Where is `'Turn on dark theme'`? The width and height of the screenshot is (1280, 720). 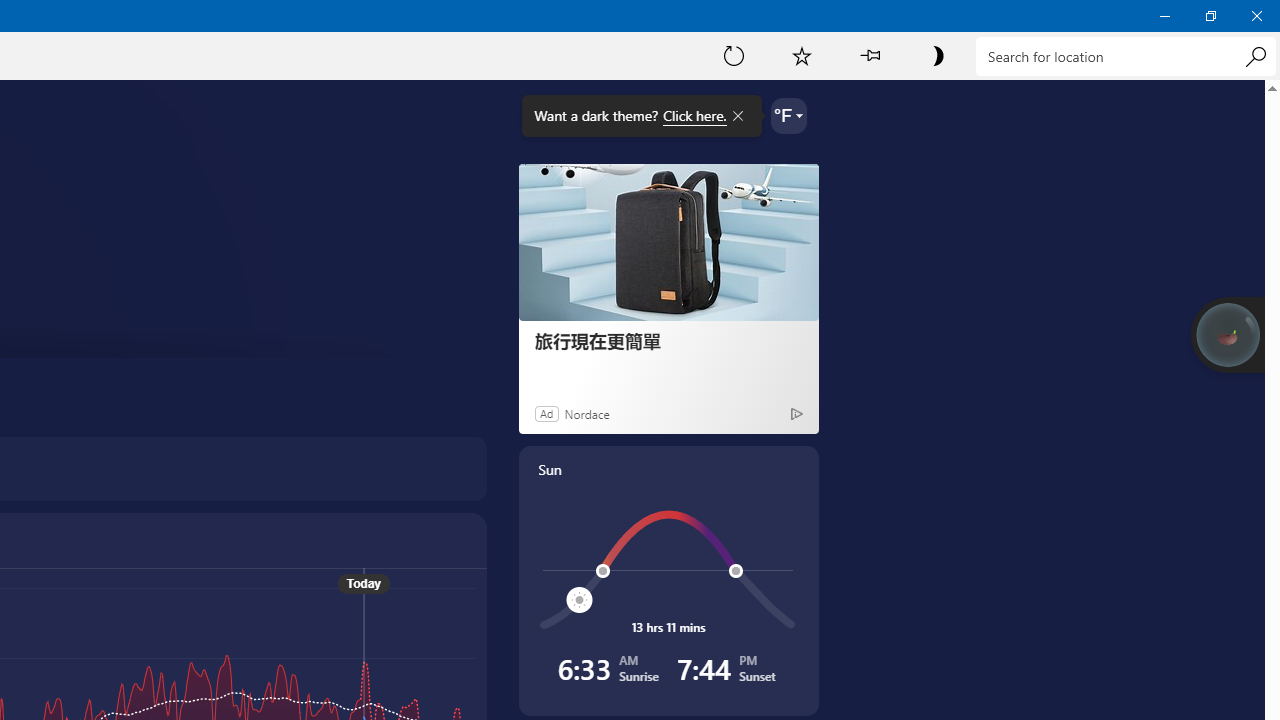 'Turn on dark theme' is located at coordinates (936, 54).